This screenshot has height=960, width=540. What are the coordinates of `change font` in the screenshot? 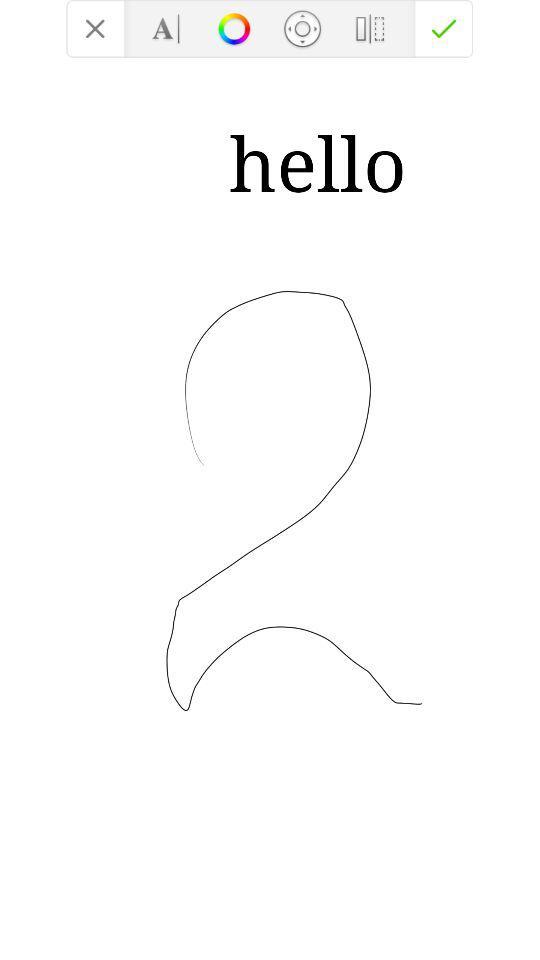 It's located at (165, 27).